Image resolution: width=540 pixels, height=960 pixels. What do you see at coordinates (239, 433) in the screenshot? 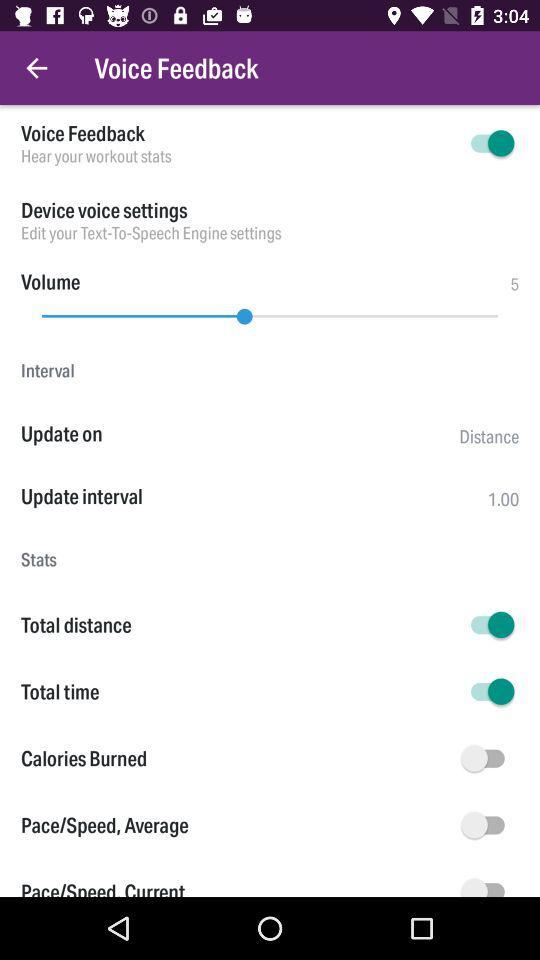
I see `the icon to the left of distance item` at bounding box center [239, 433].